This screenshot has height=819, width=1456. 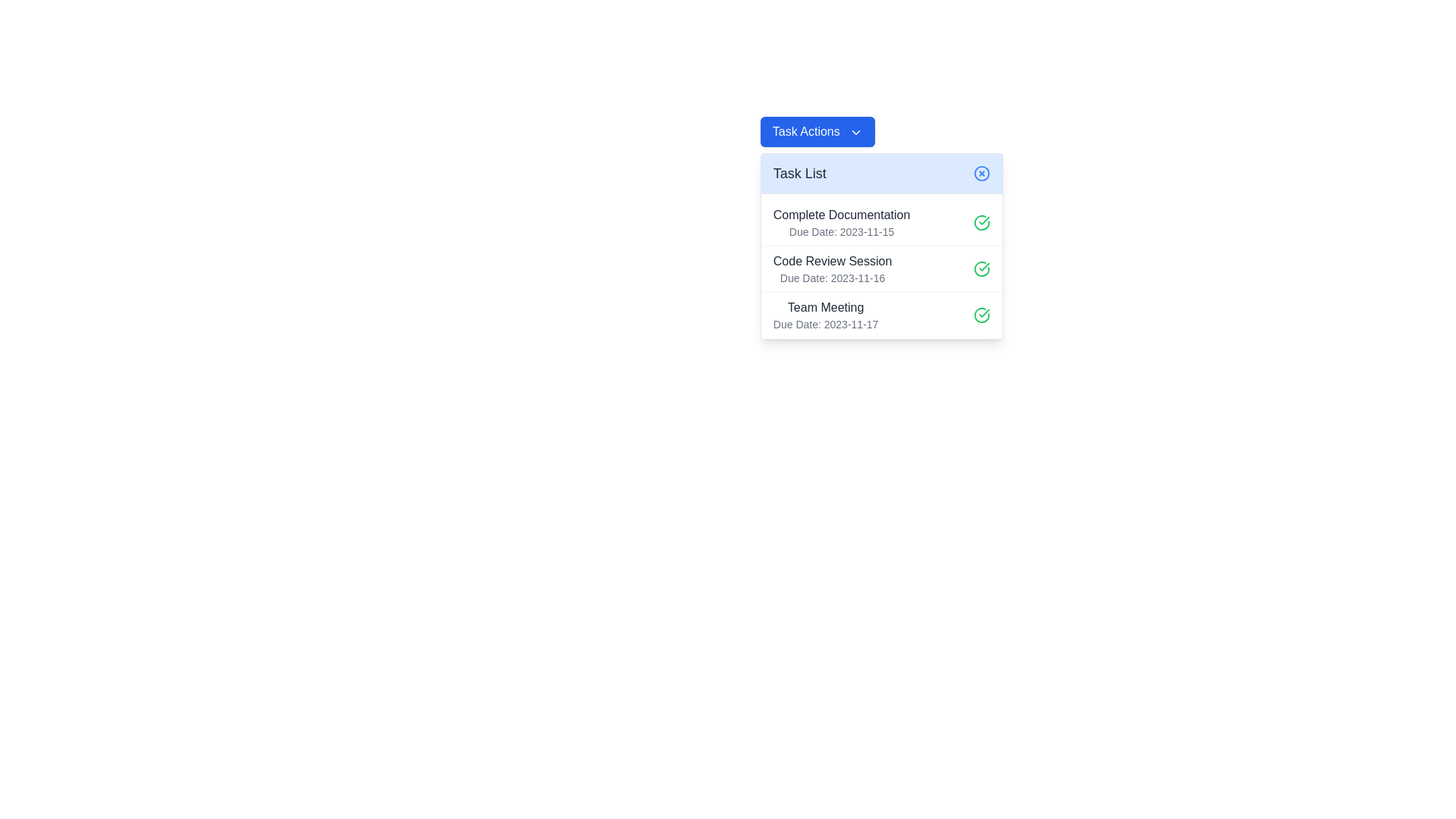 What do you see at coordinates (981, 315) in the screenshot?
I see `the circular green checkmark icon indicating a completed status, located on the right side of the 'Team Meeting' list item in the 'Task List' interface` at bounding box center [981, 315].